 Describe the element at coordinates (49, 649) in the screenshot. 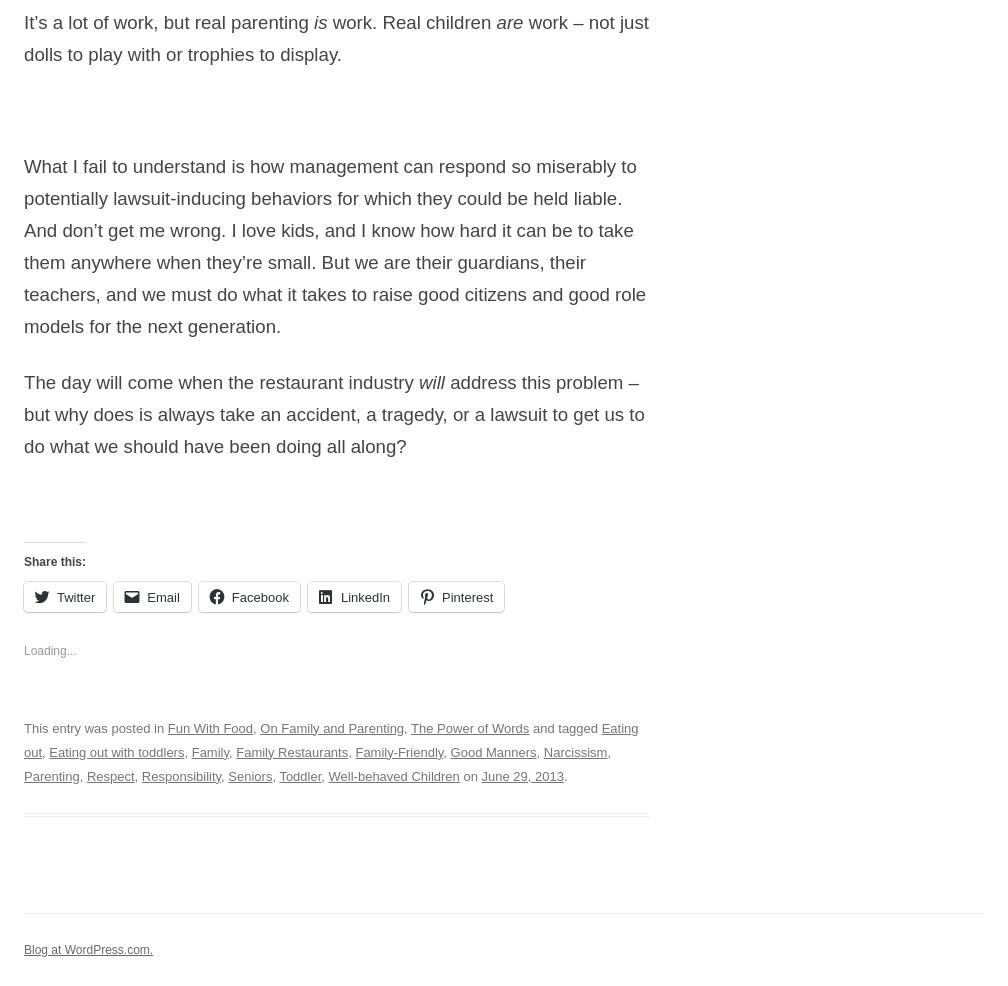

I see `'Loading...'` at that location.